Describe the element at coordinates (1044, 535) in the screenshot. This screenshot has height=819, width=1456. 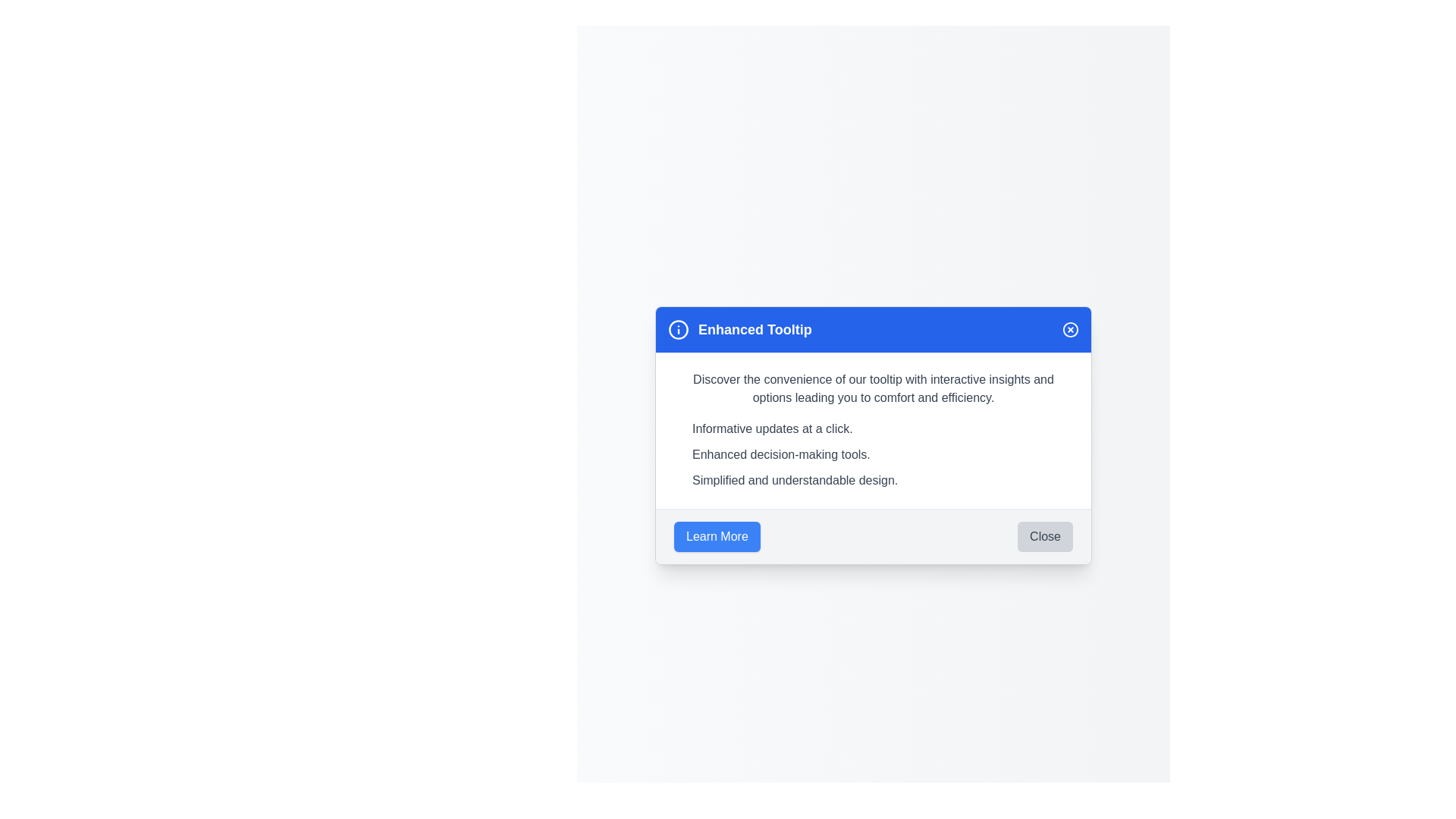
I see `the 'Close' button in the footer of the pop-up modal` at that location.